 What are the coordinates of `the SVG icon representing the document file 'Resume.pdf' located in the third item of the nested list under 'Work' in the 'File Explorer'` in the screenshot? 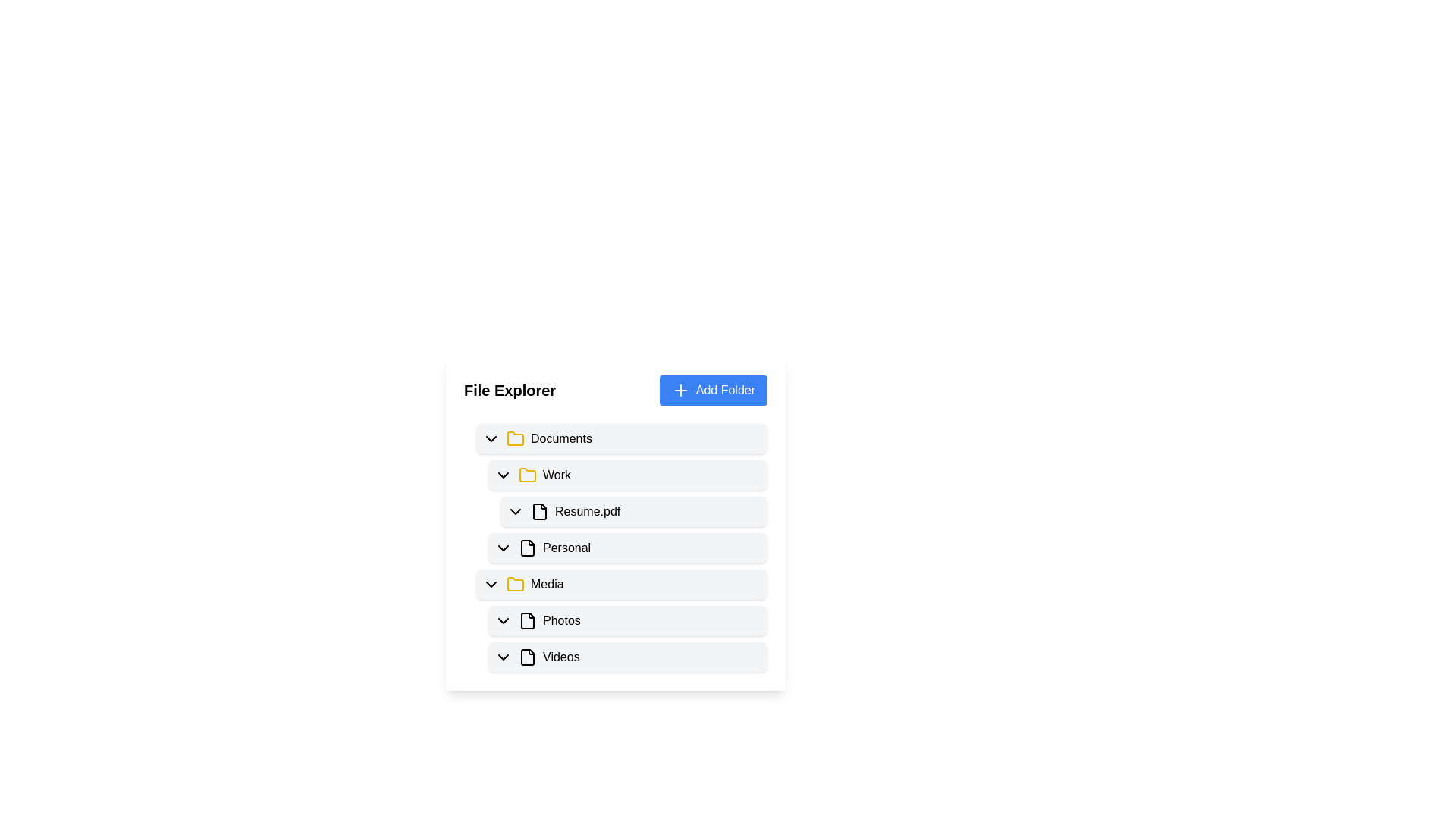 It's located at (539, 512).